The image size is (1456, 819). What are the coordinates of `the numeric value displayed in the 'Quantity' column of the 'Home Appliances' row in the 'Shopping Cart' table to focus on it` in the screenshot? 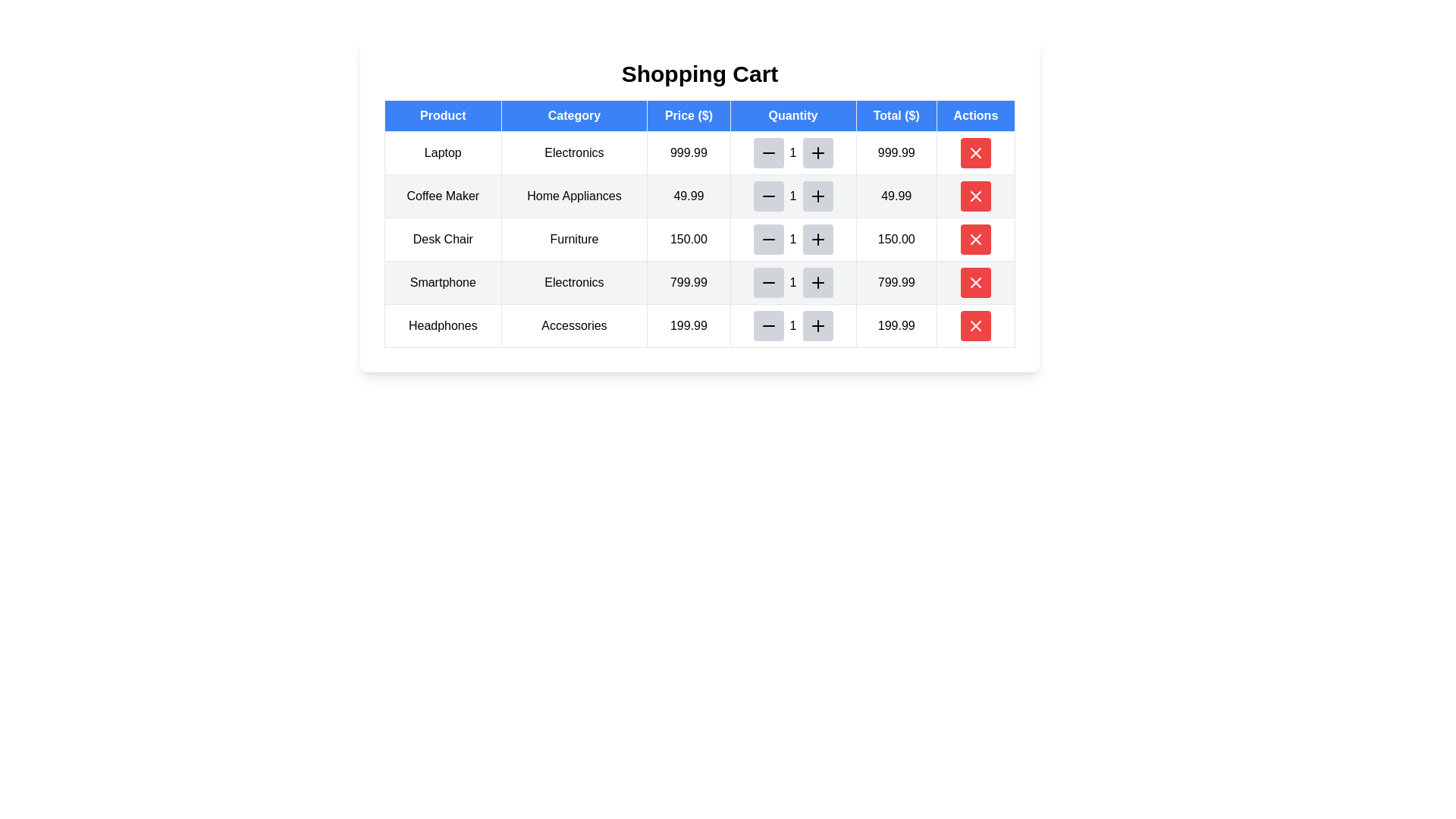 It's located at (792, 195).